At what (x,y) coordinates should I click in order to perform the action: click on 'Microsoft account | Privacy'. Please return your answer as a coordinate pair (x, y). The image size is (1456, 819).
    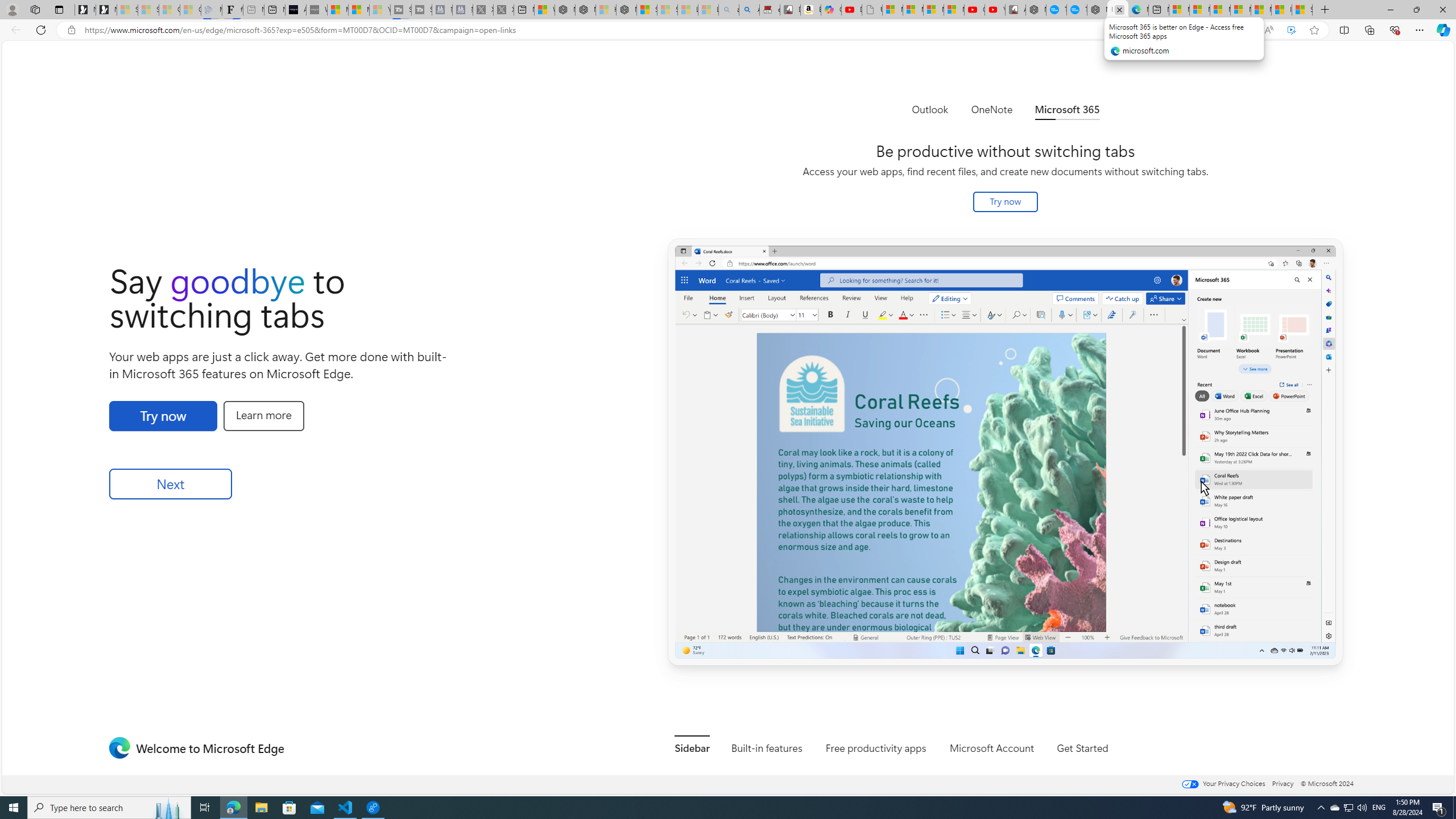
    Looking at the image, I should click on (1240, 9).